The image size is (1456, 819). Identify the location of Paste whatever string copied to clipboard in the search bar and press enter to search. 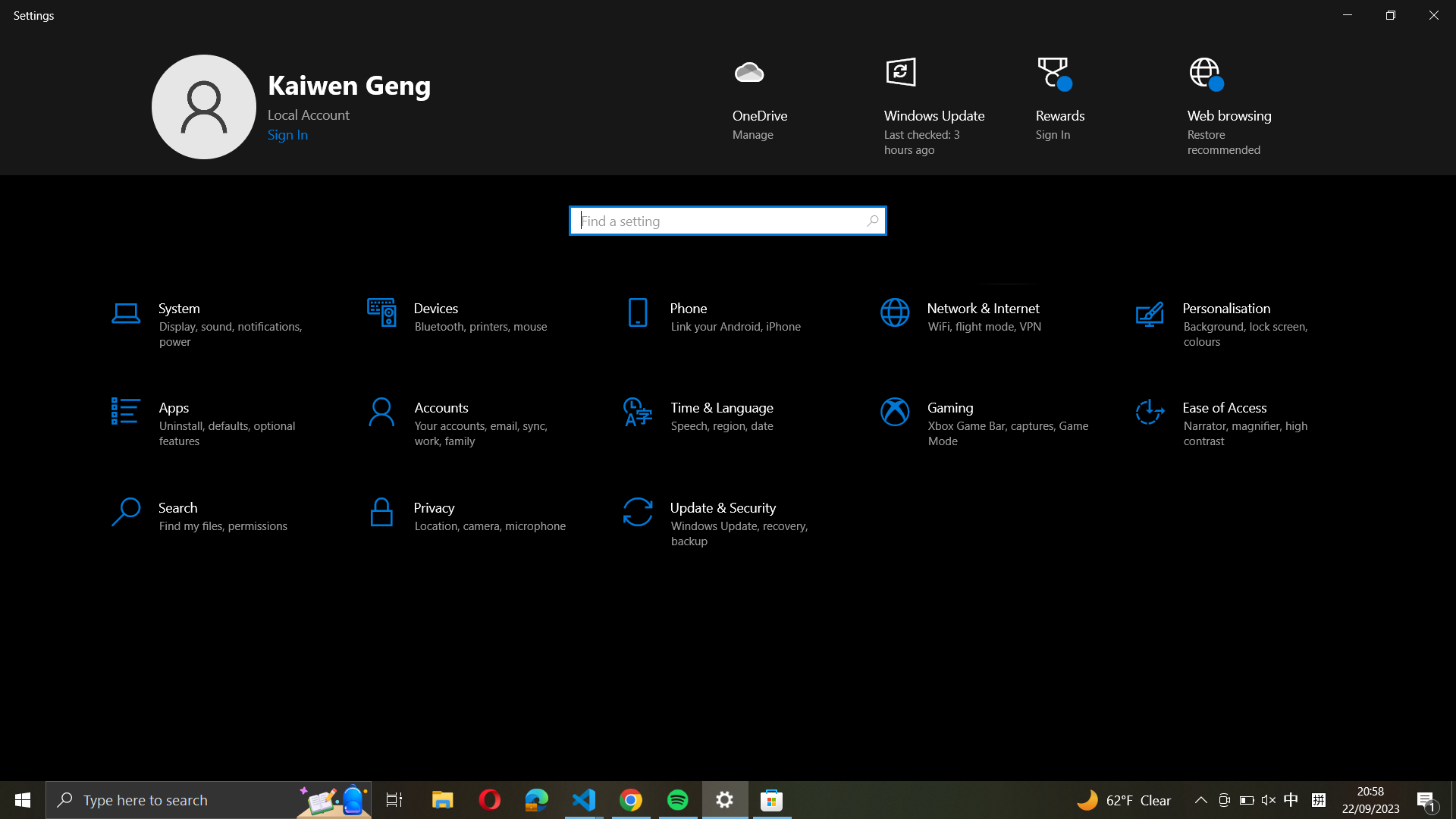
(726, 219).